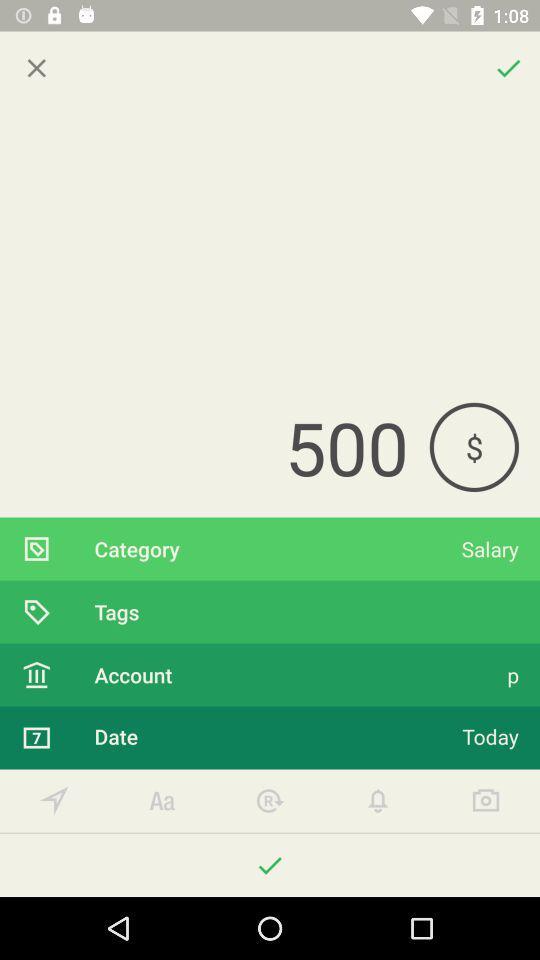 Image resolution: width=540 pixels, height=960 pixels. Describe the element at coordinates (473, 447) in the screenshot. I see `$ icon` at that location.